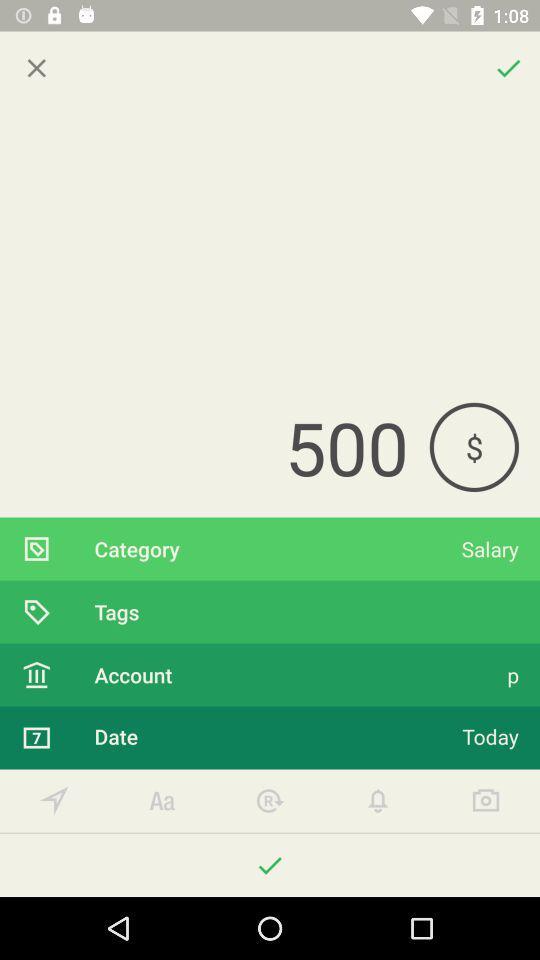 Image resolution: width=540 pixels, height=960 pixels. Describe the element at coordinates (473, 447) in the screenshot. I see `$ icon` at that location.